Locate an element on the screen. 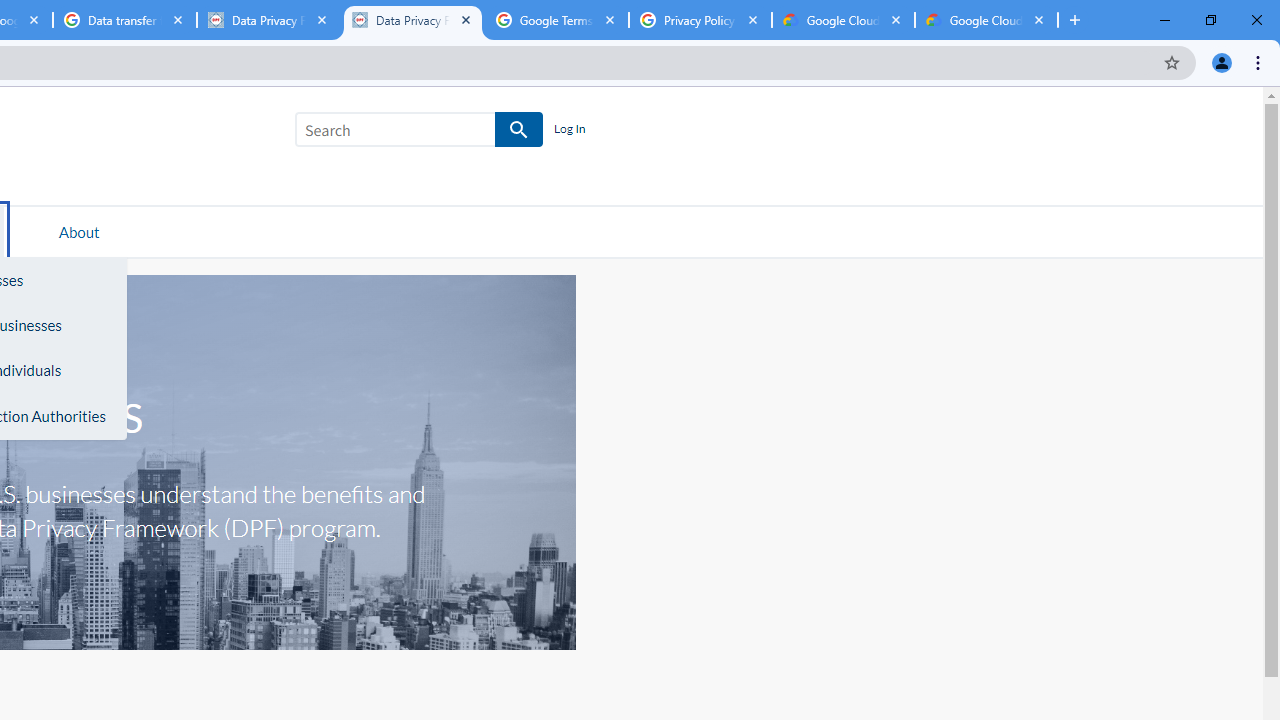  'Google Cloud Privacy Notice' is located at coordinates (843, 20).